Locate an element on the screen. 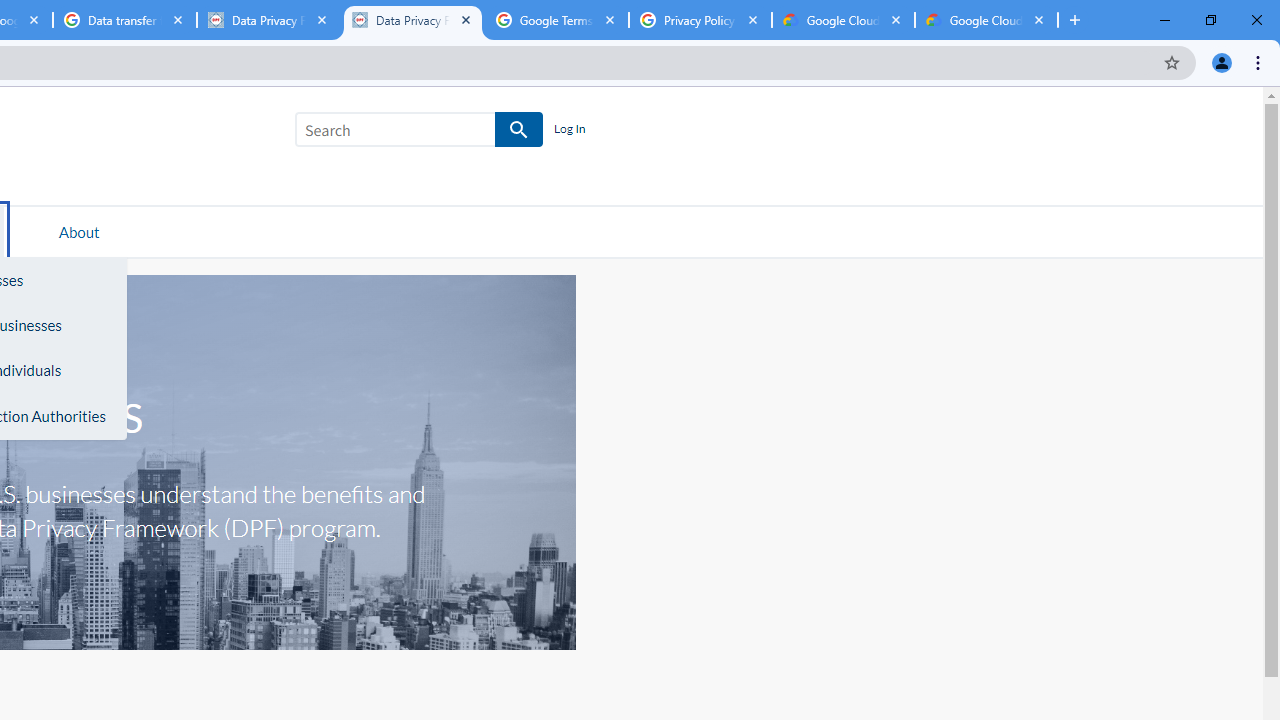  'Google Cloud Privacy Notice' is located at coordinates (843, 20).